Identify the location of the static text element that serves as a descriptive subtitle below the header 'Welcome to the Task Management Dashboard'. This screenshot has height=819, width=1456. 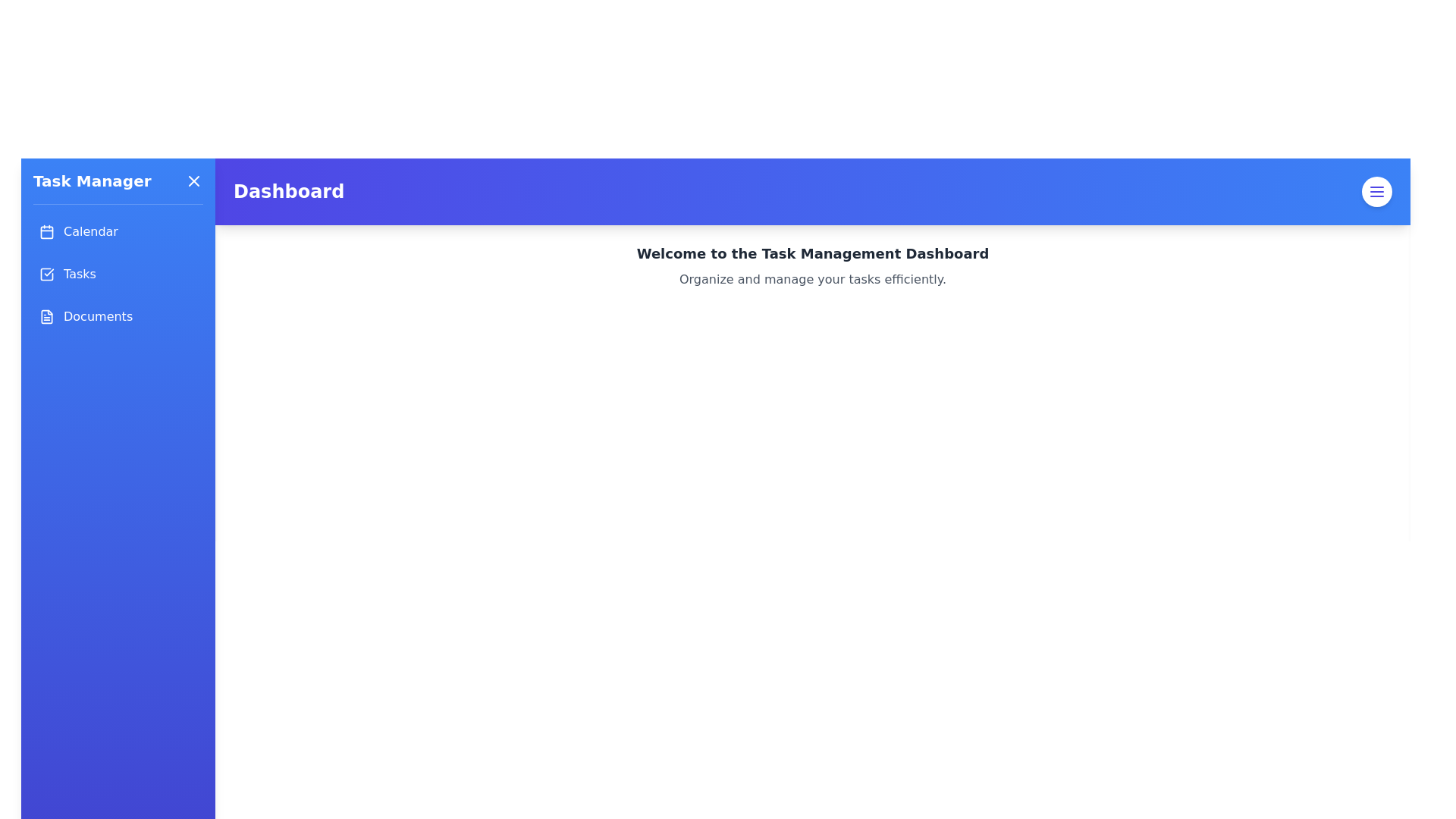
(811, 280).